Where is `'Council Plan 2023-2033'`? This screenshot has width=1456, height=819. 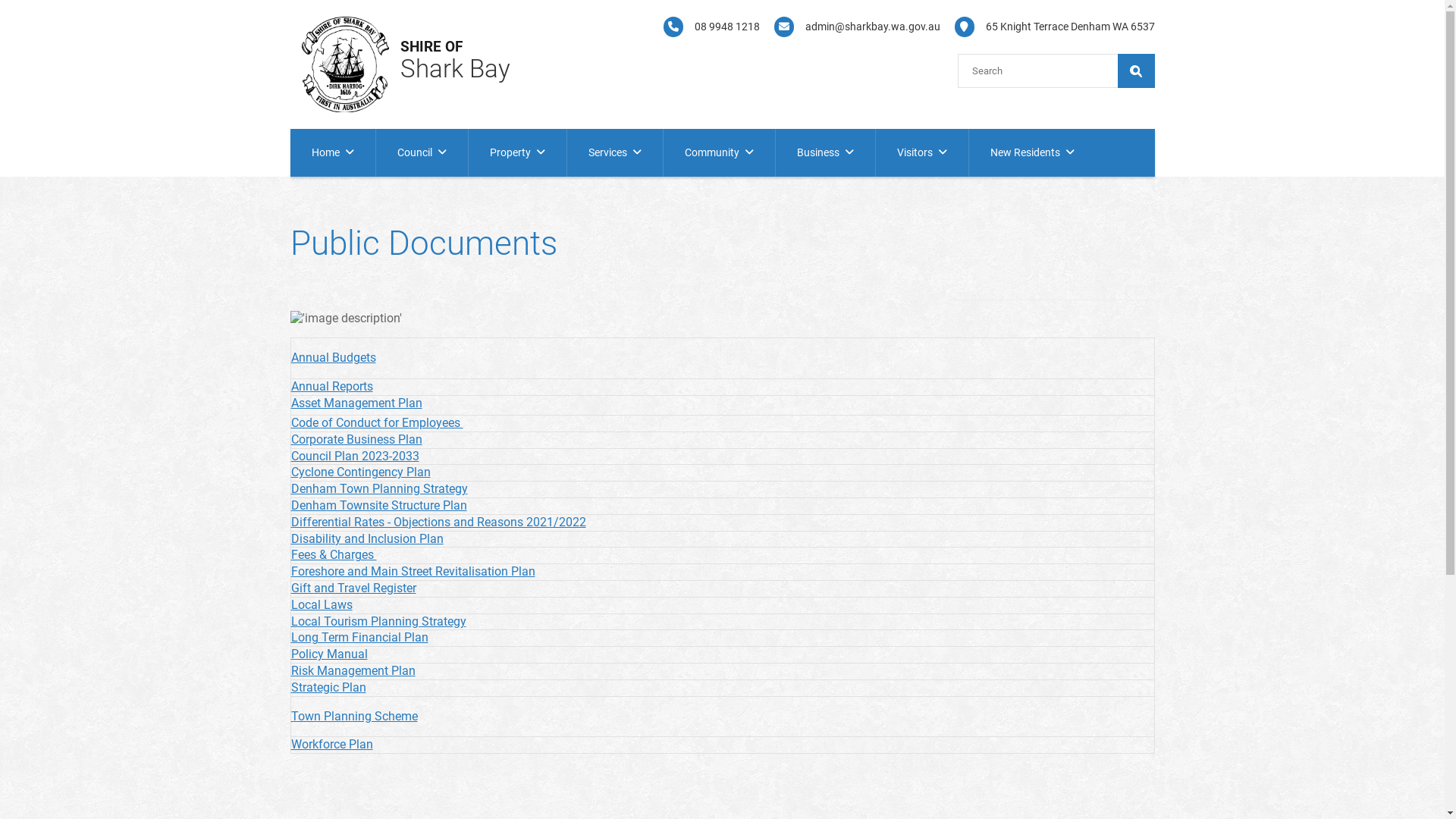
'Council Plan 2023-2033' is located at coordinates (354, 455).